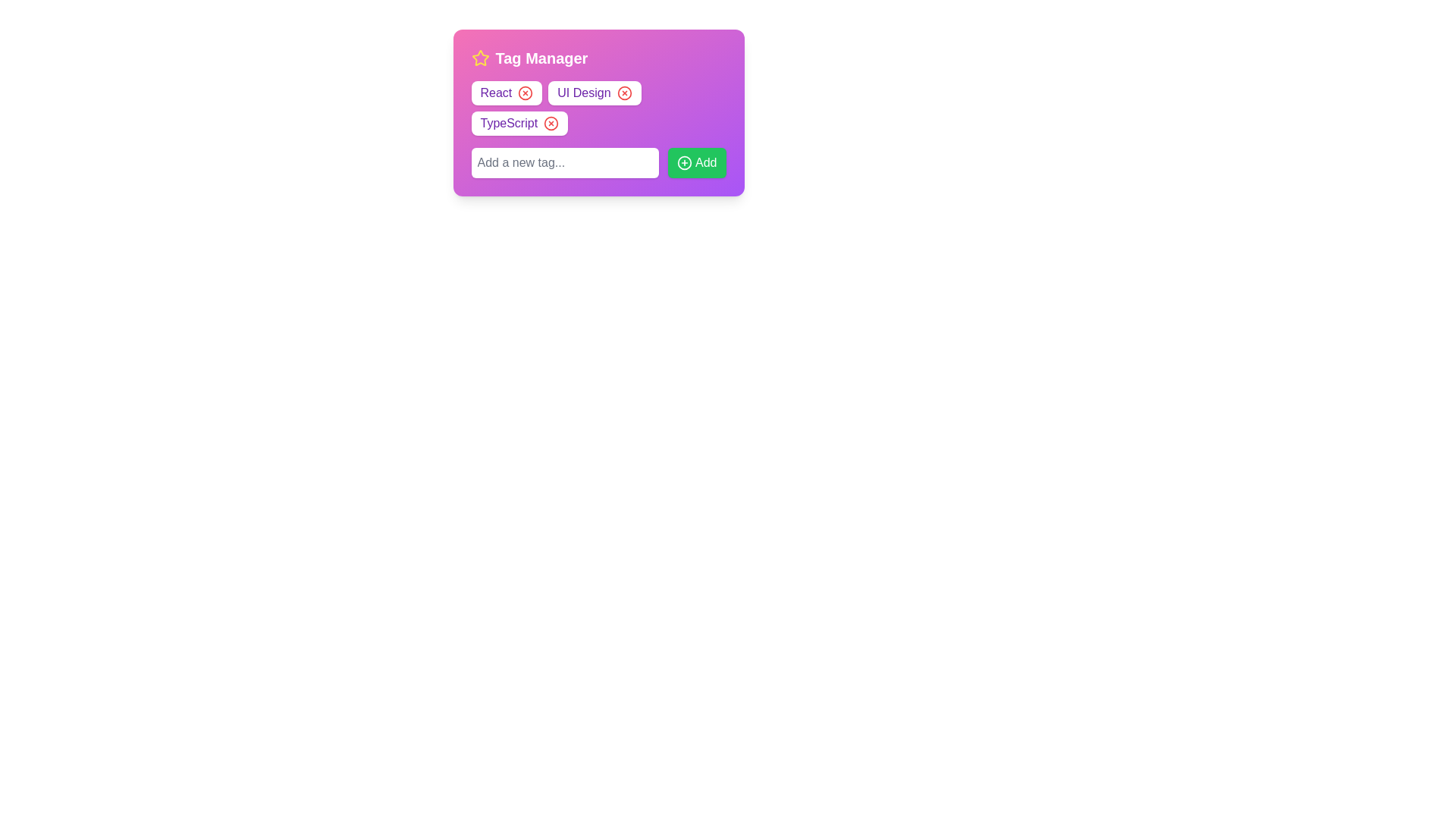  Describe the element at coordinates (507, 93) in the screenshot. I see `the small red circular button with a white cross on the right side of the 'React' tag` at that location.